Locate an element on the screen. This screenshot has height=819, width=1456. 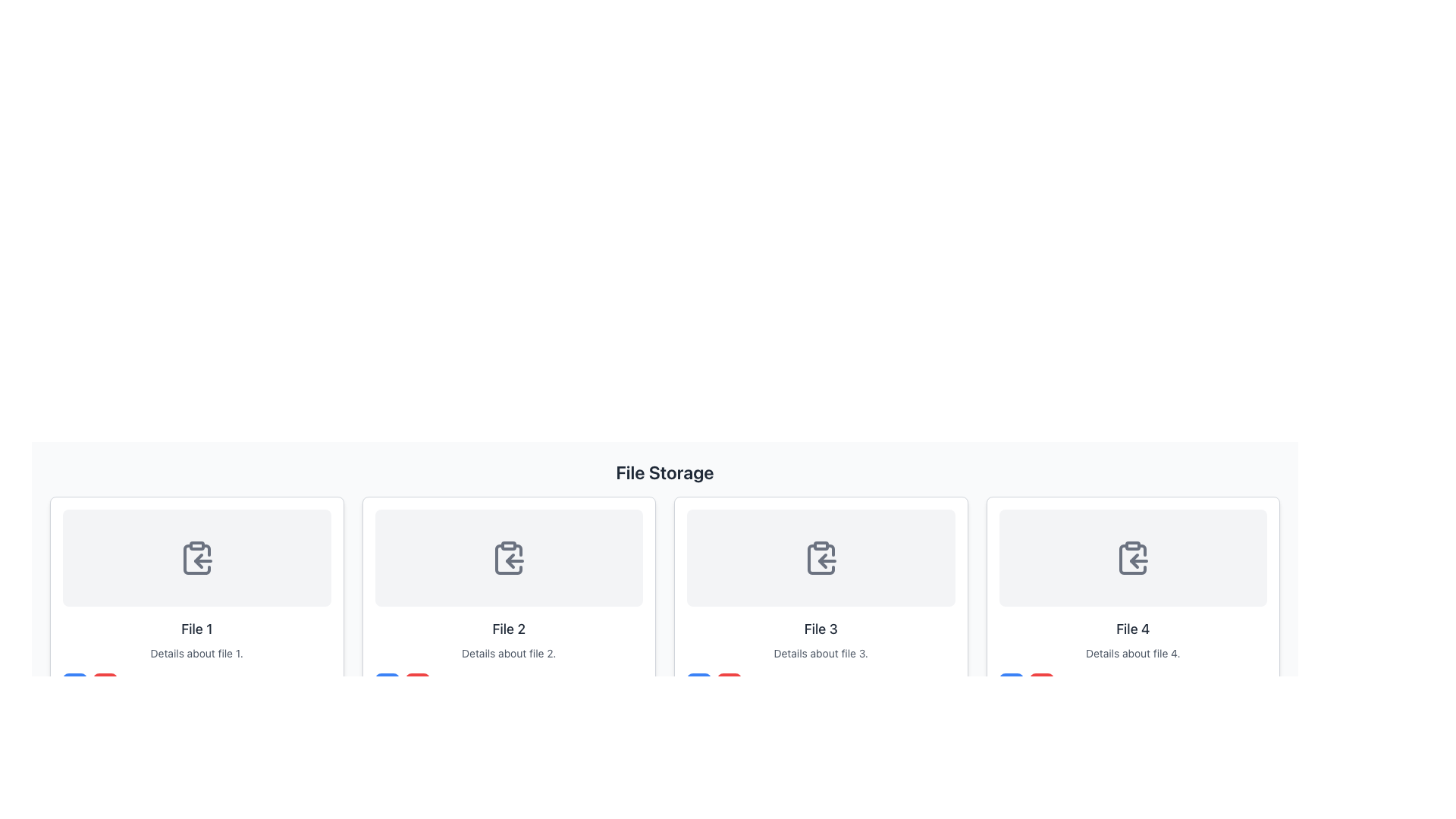
the deletion button located below the card labeled 'File 4', which is the second button in a horizontal row, positioned to the right of a blue button is located at coordinates (1040, 685).